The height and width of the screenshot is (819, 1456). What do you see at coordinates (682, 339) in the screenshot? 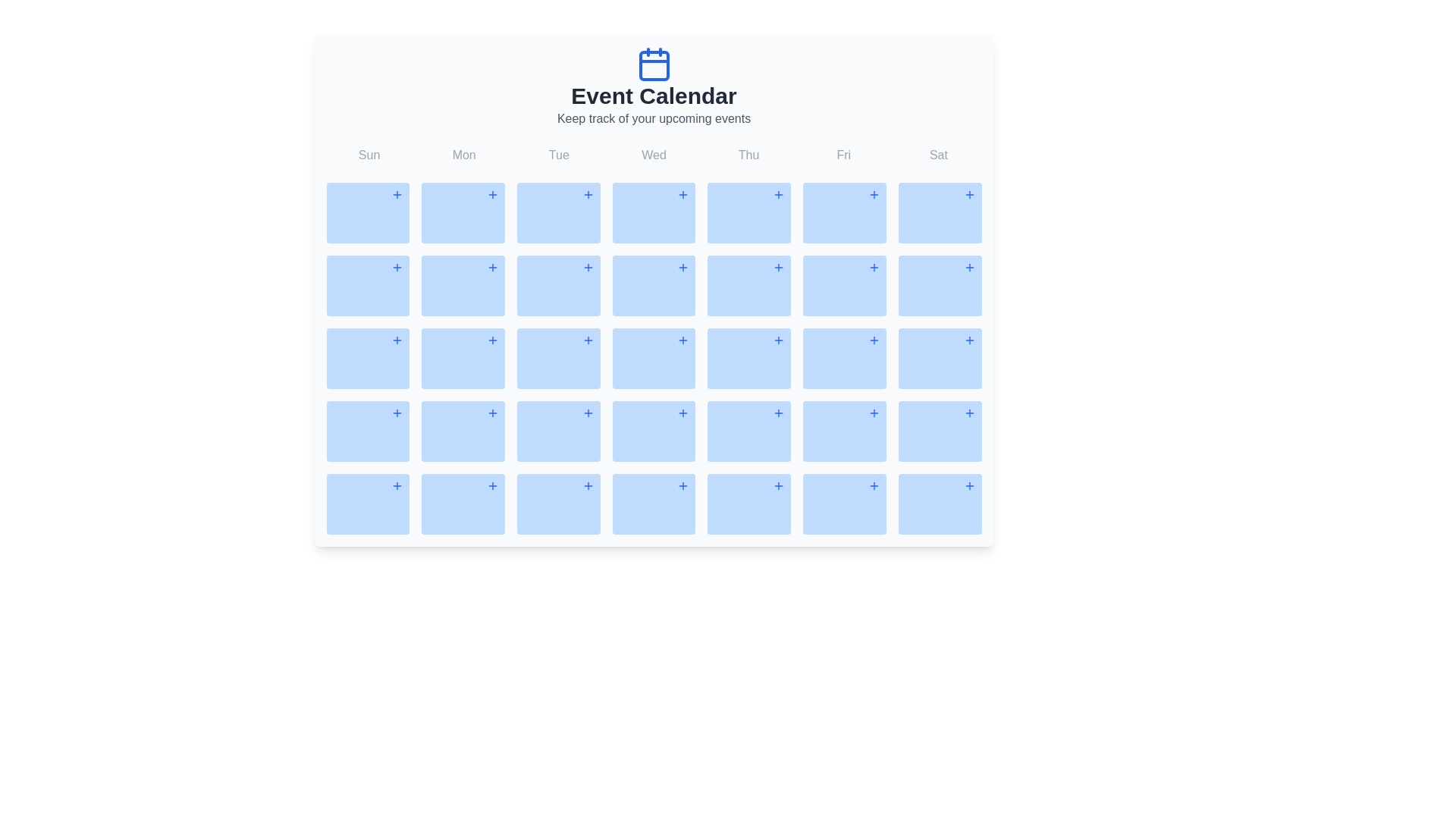
I see `the add event button located in the center of the day cell in the fourth row and fourth column of the calendar` at bounding box center [682, 339].